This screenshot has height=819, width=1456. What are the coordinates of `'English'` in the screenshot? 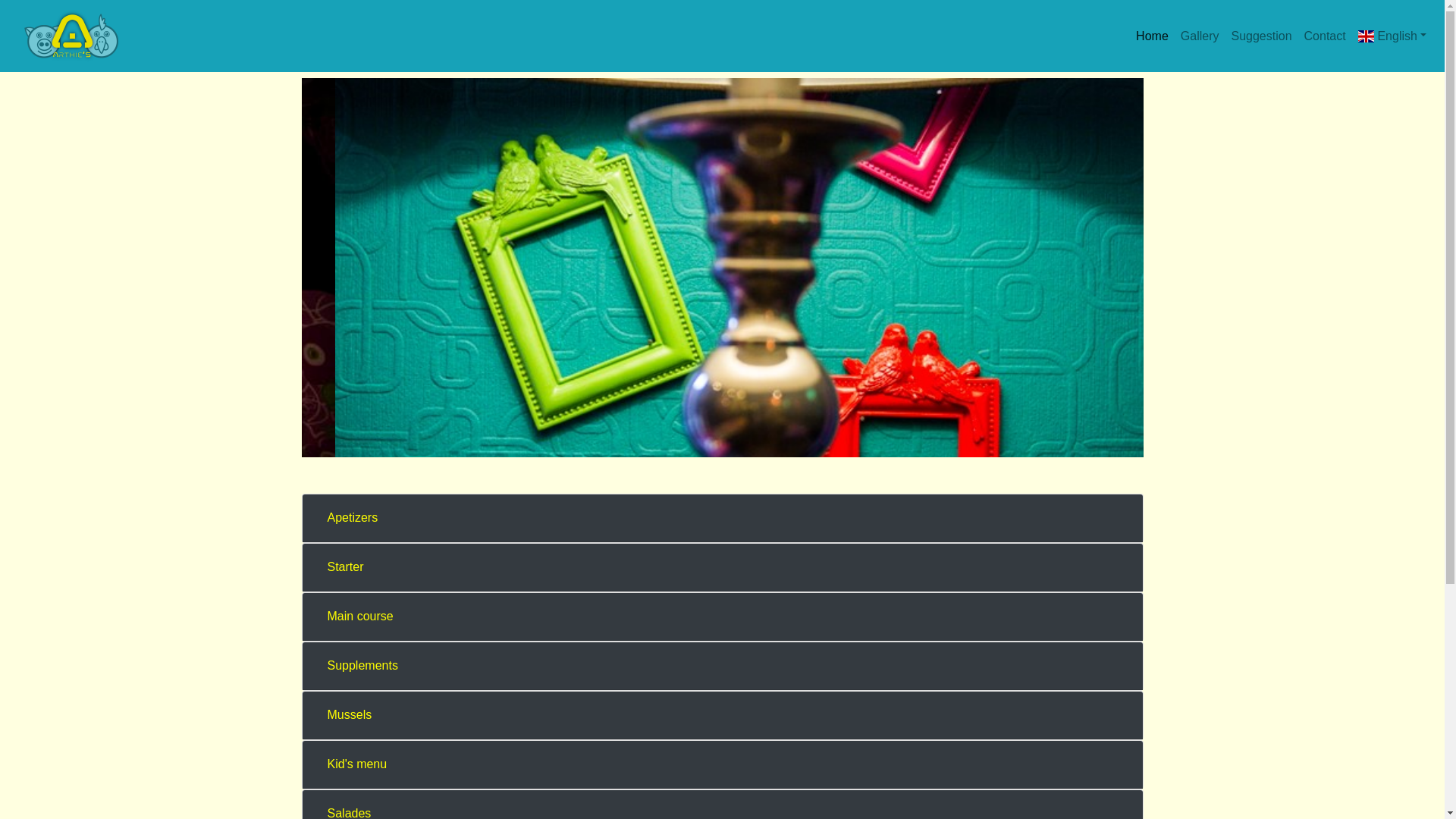 It's located at (1351, 35).